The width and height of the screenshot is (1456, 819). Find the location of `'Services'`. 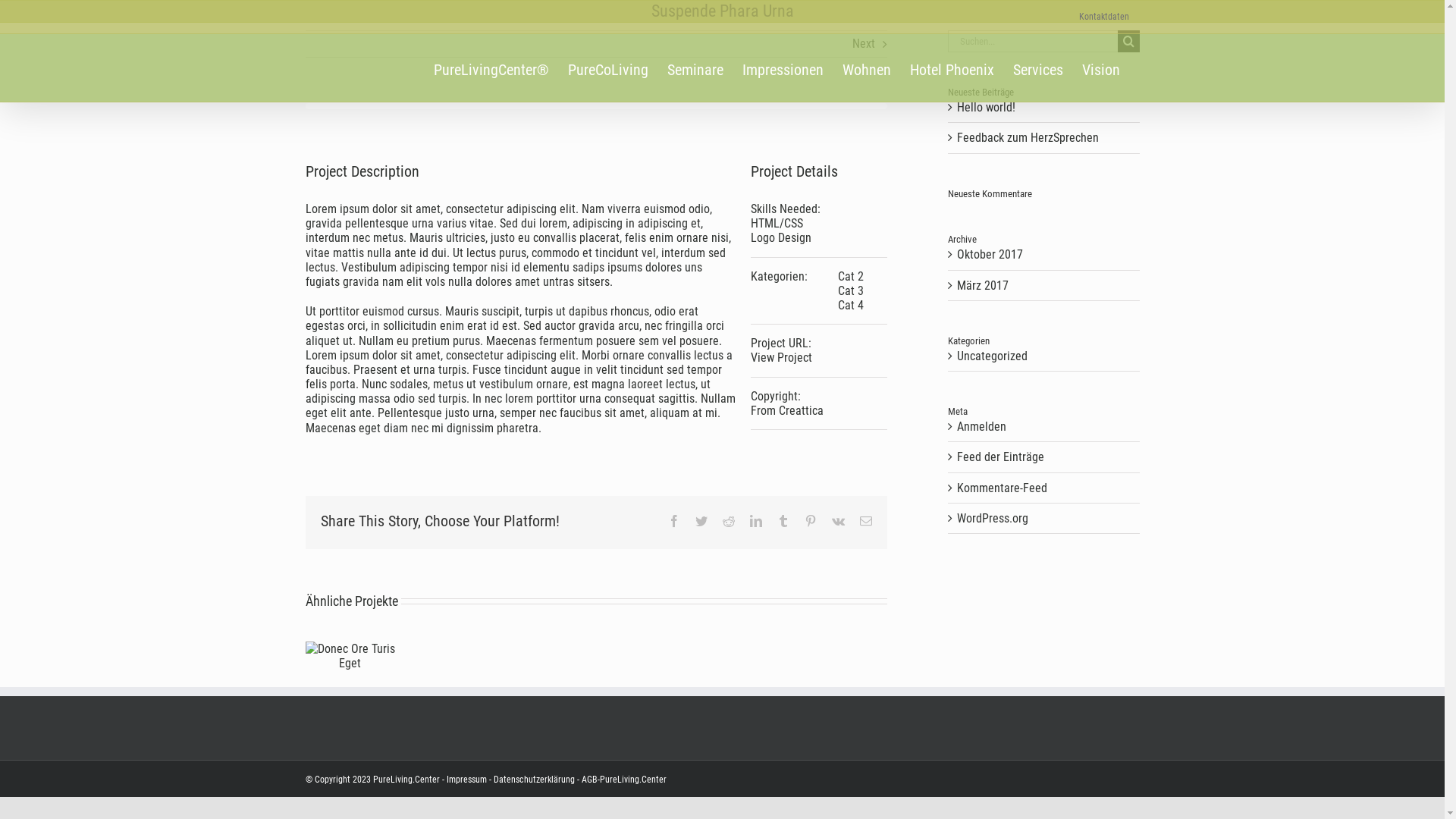

'Services' is located at coordinates (1037, 67).